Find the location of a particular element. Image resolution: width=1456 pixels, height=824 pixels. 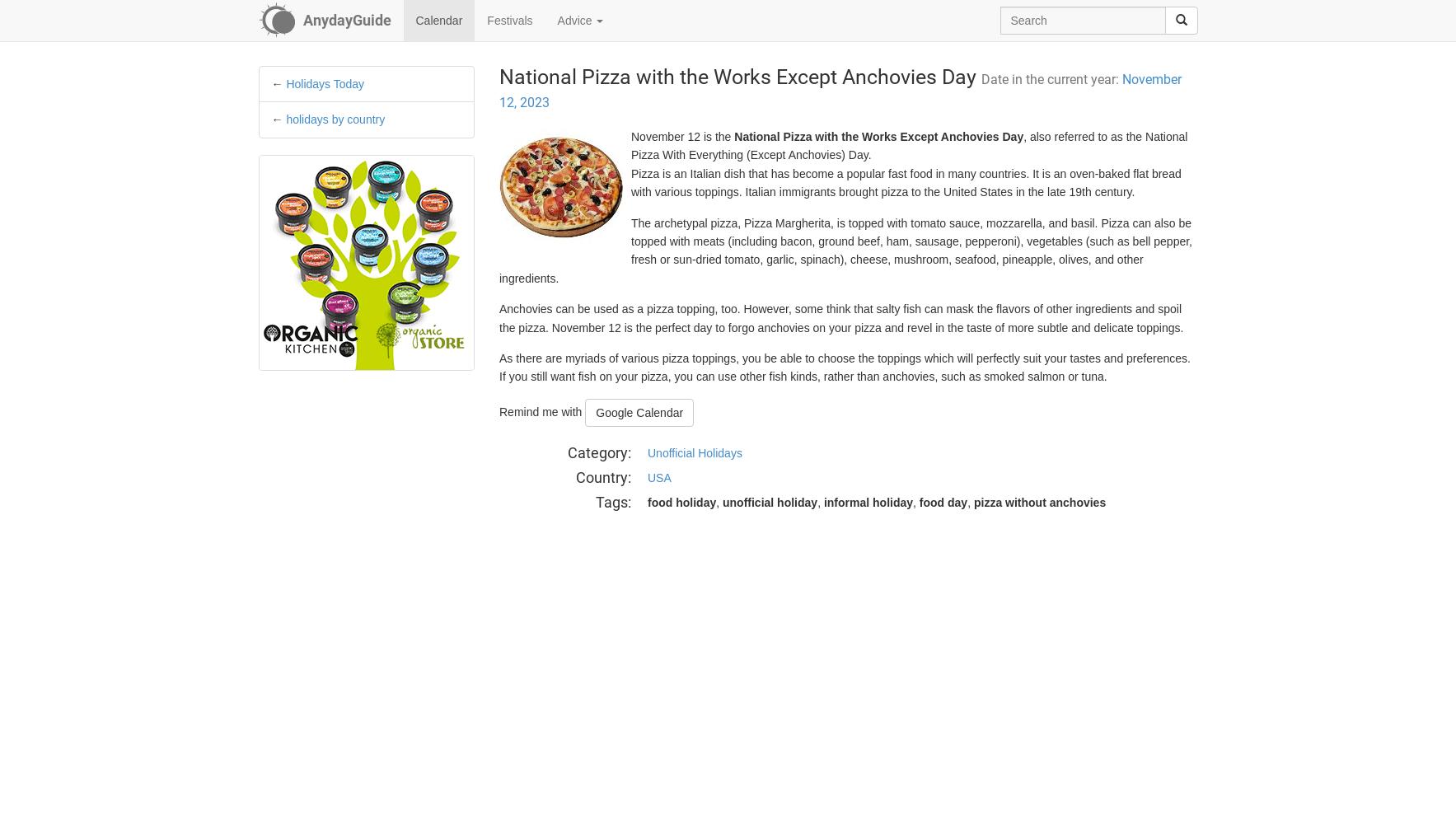

'food holiday' is located at coordinates (681, 502).